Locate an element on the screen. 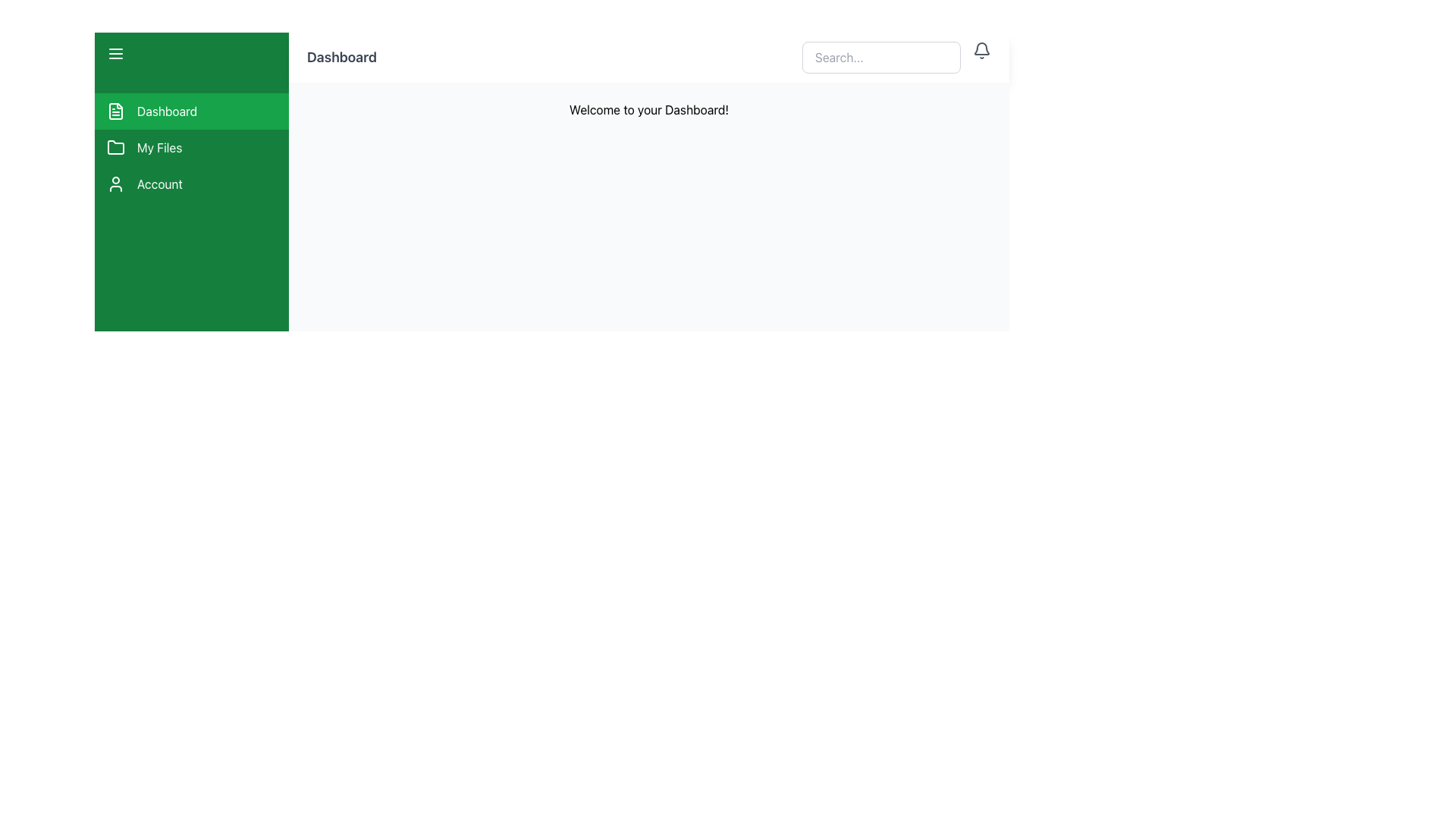 The height and width of the screenshot is (819, 1456). the 'Dashboard' button located in the green sidebar, which is the first item in the vertical list is located at coordinates (191, 110).